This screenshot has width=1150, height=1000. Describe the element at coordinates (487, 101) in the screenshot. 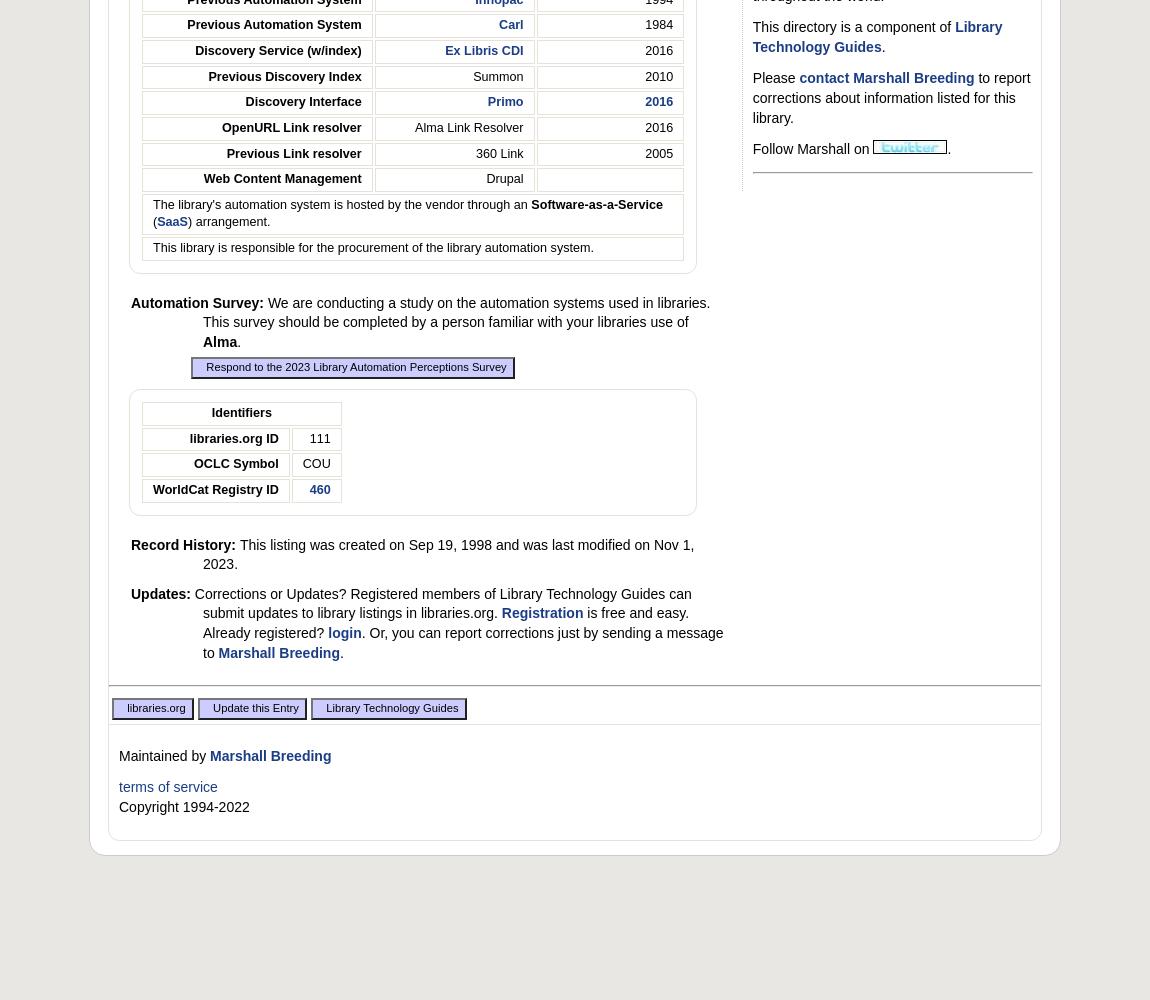

I see `'Primo'` at that location.